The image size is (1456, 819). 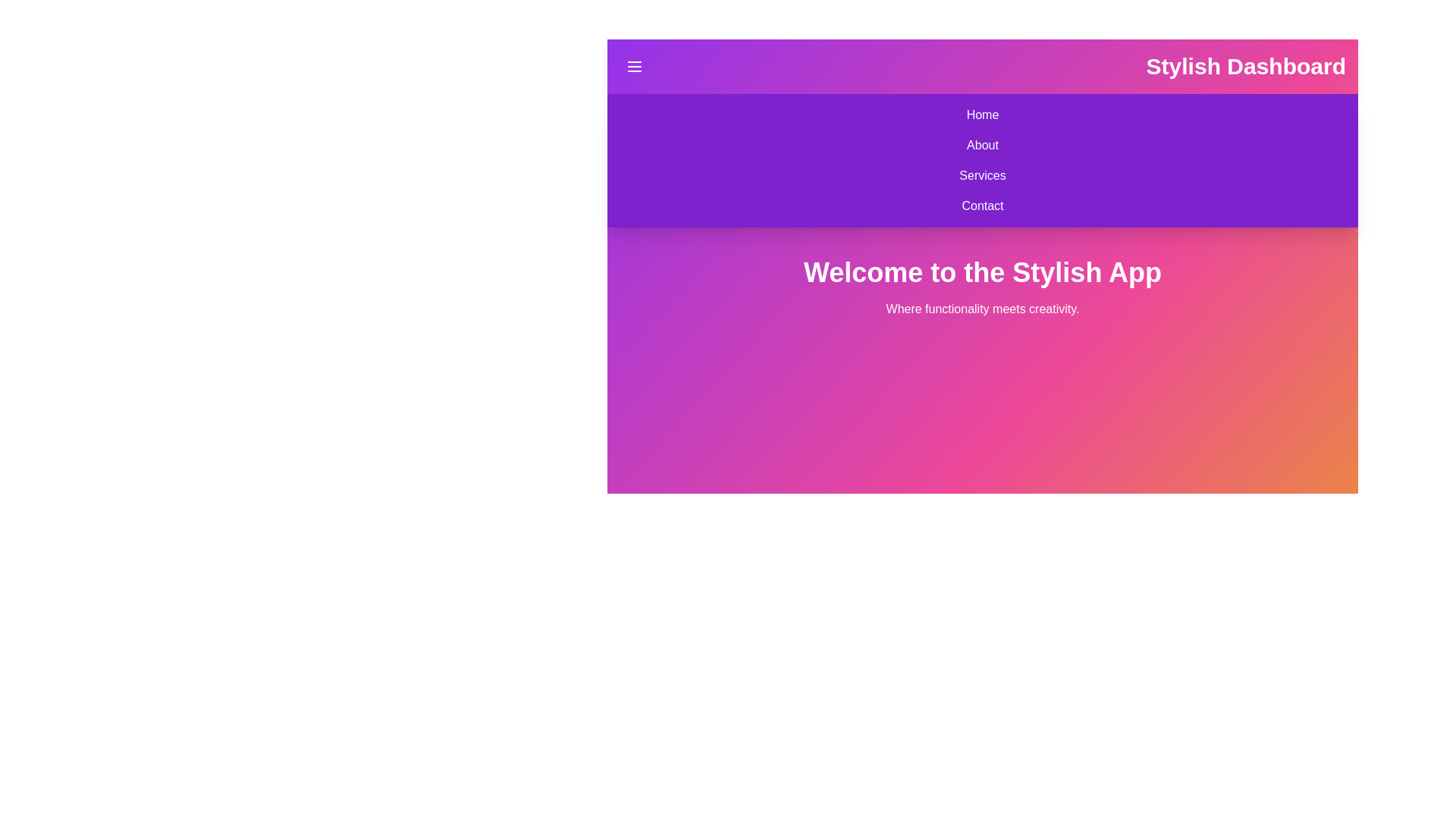 What do you see at coordinates (983, 114) in the screenshot?
I see `the navigation item Home to observe visual feedback` at bounding box center [983, 114].